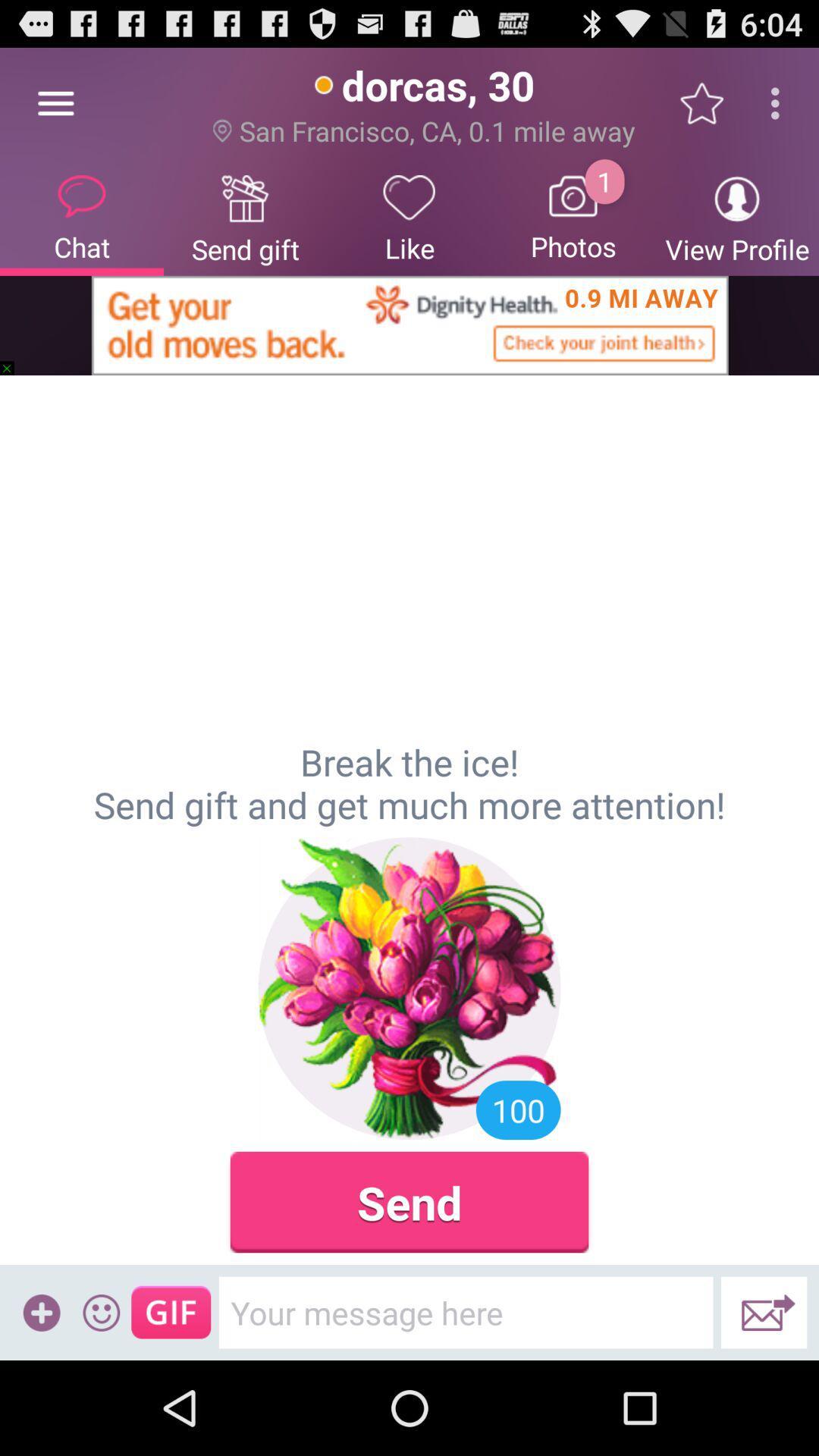 The height and width of the screenshot is (1456, 819). Describe the element at coordinates (709, 102) in the screenshot. I see `the icon to the right of san francisco ca icon` at that location.